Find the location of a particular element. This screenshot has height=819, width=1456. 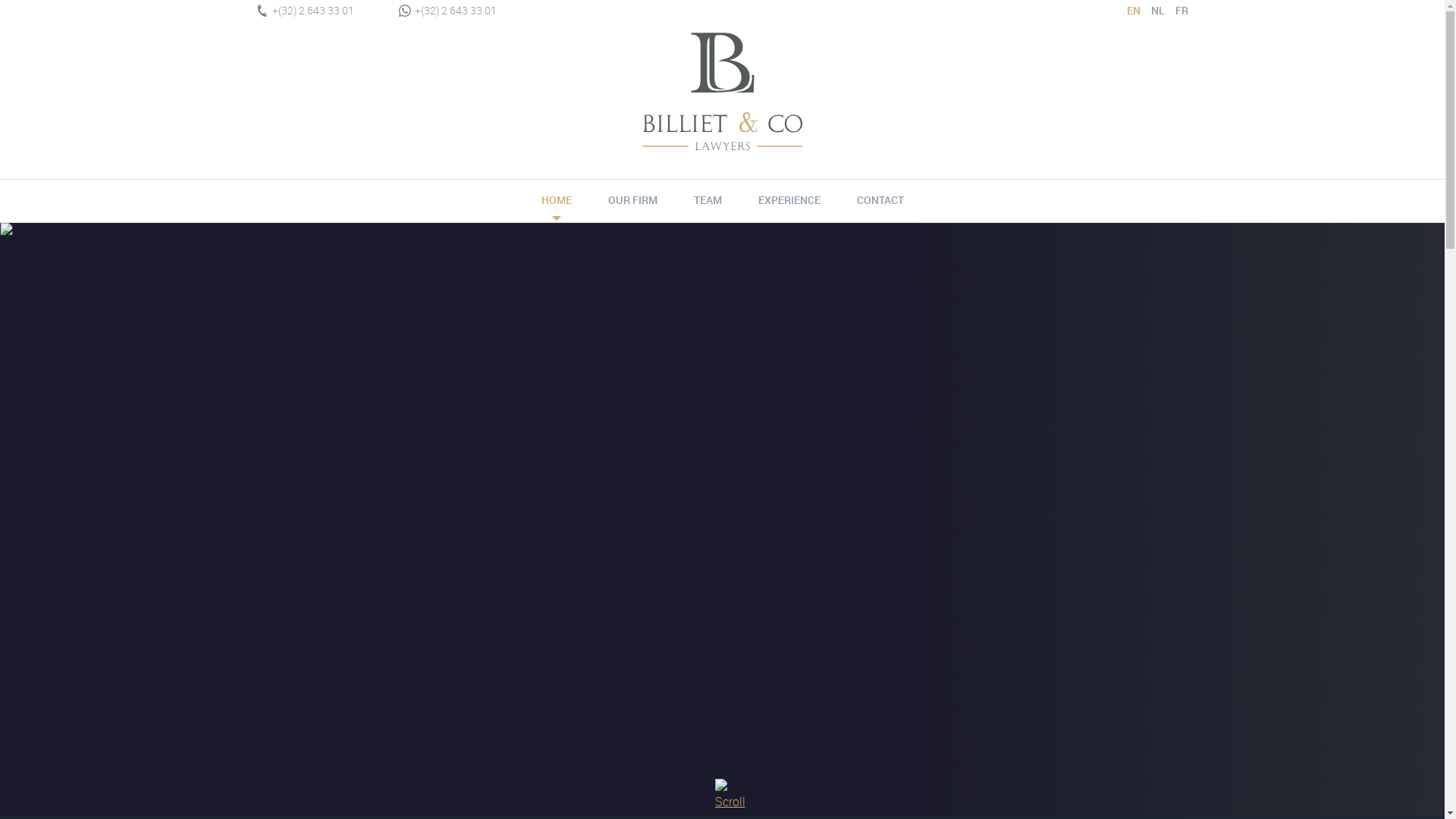

'CONTACT' is located at coordinates (880, 199).